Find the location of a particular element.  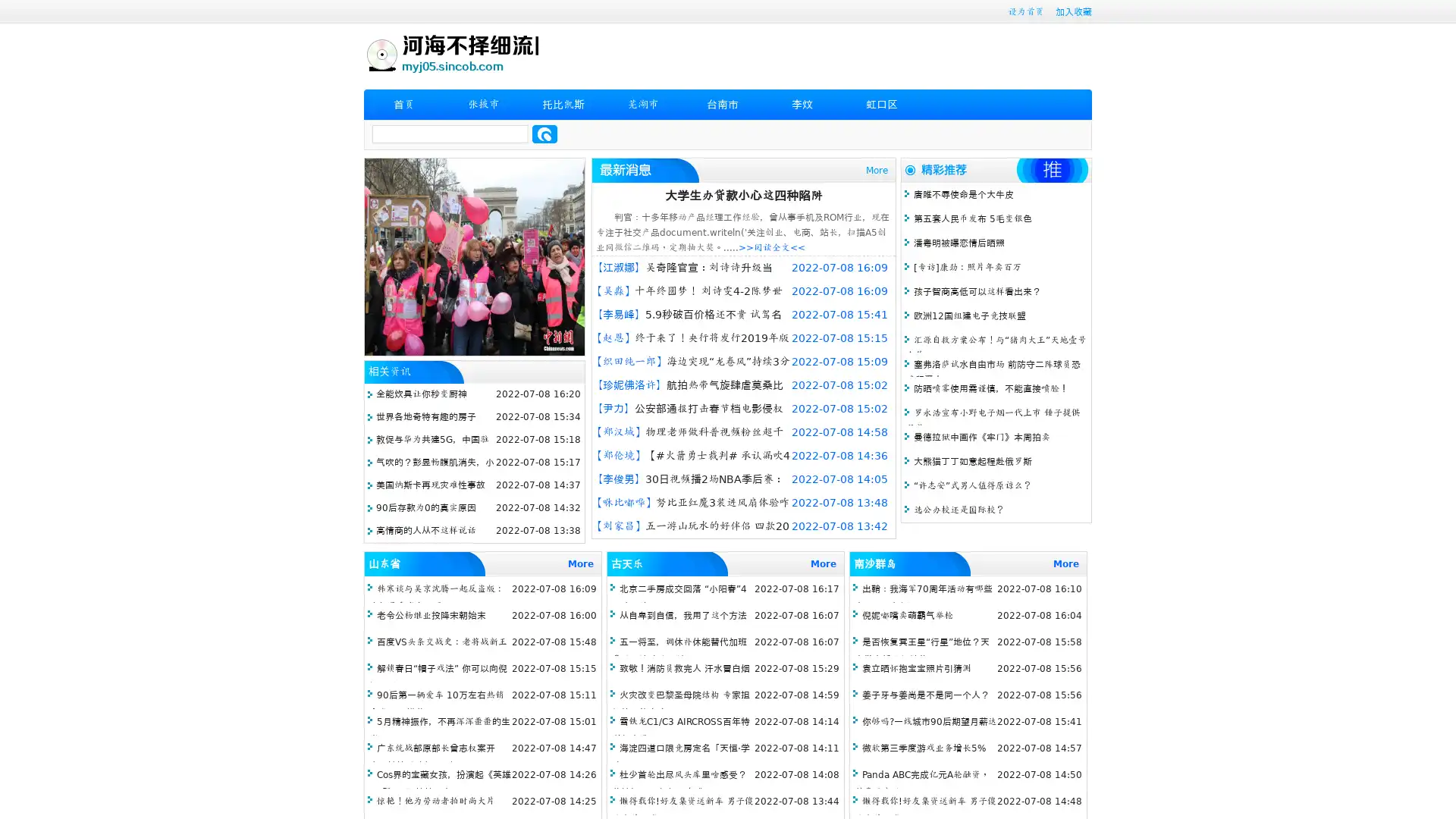

Search is located at coordinates (544, 133).